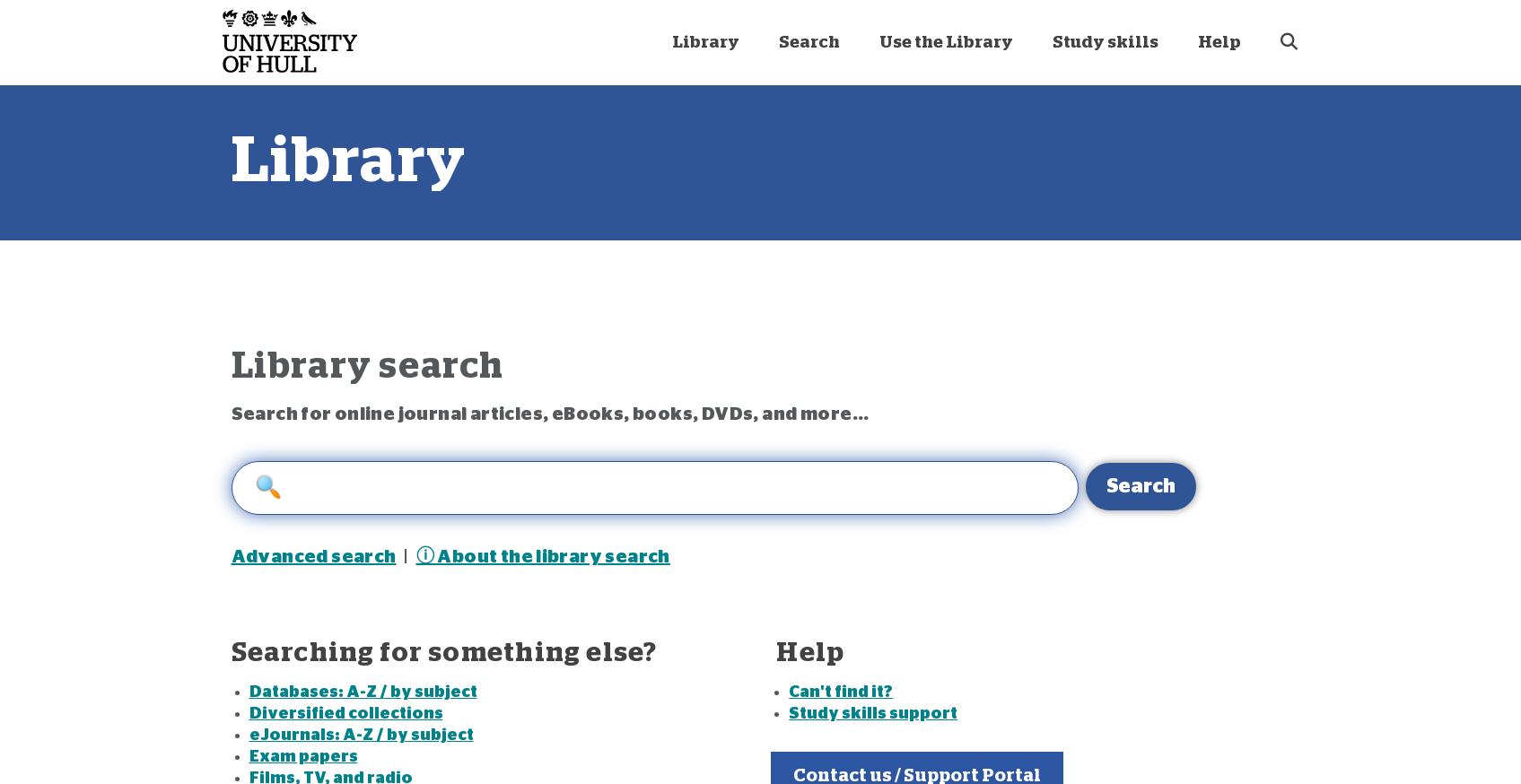 This screenshot has height=784, width=1521. What do you see at coordinates (434, 189) in the screenshot?
I see `'Online advice, workshops, and support for:'` at bounding box center [434, 189].